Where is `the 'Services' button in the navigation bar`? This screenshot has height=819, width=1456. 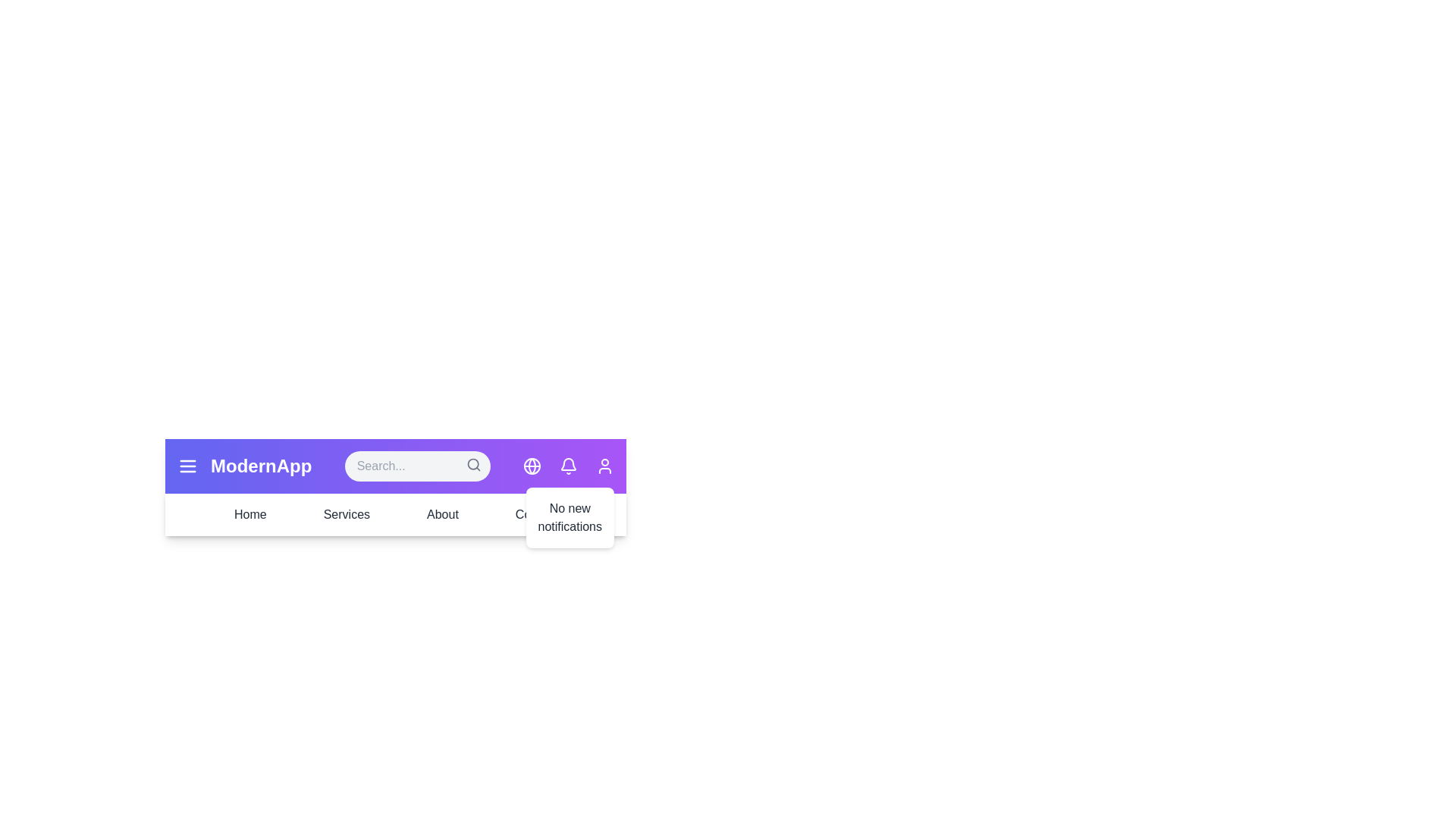
the 'Services' button in the navigation bar is located at coordinates (345, 513).